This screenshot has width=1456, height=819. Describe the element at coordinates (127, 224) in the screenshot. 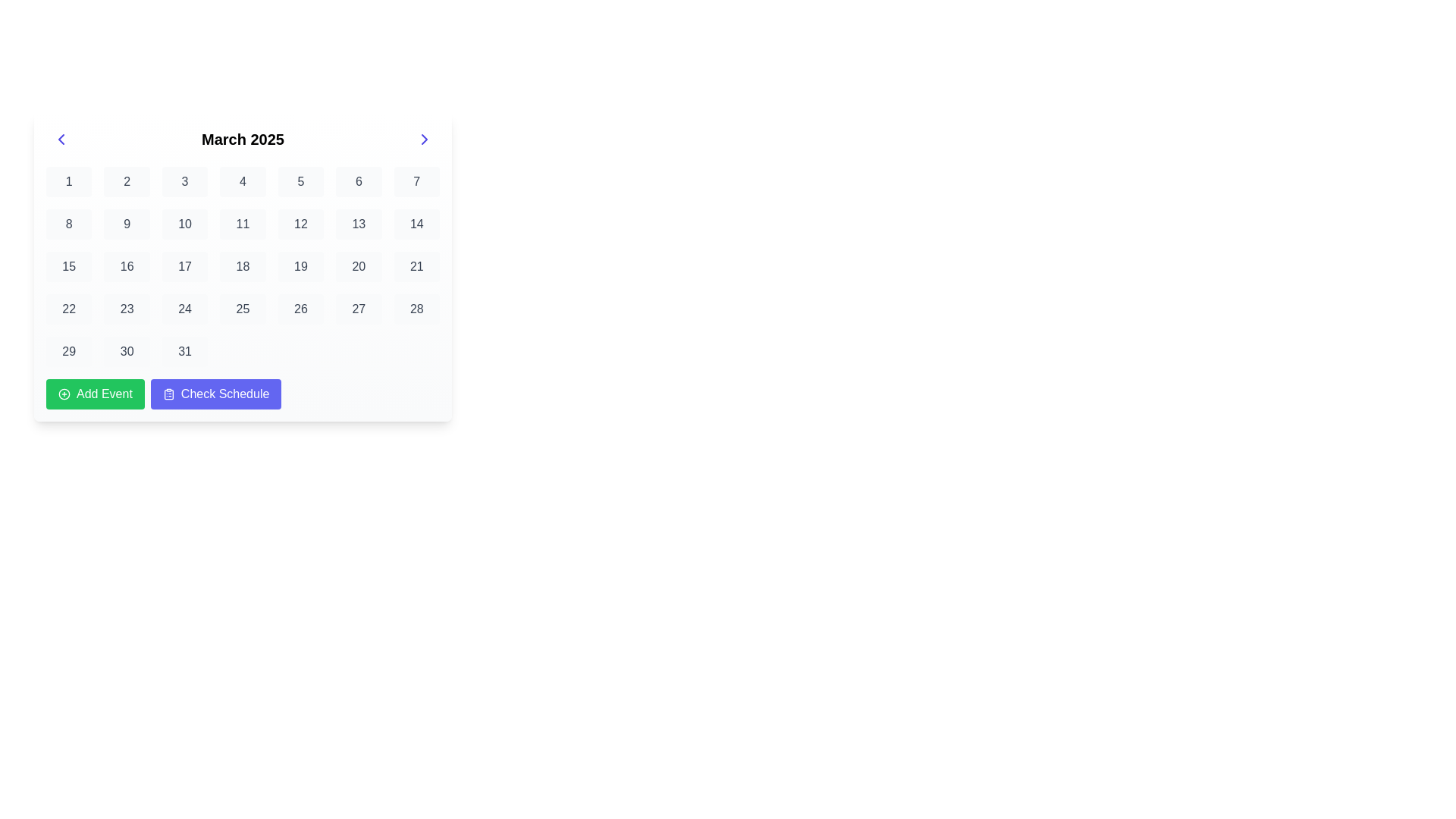

I see `the square-shaped button with a rounded appearance containing the numeral '9', located in the second row and second column of the calendar grid` at that location.